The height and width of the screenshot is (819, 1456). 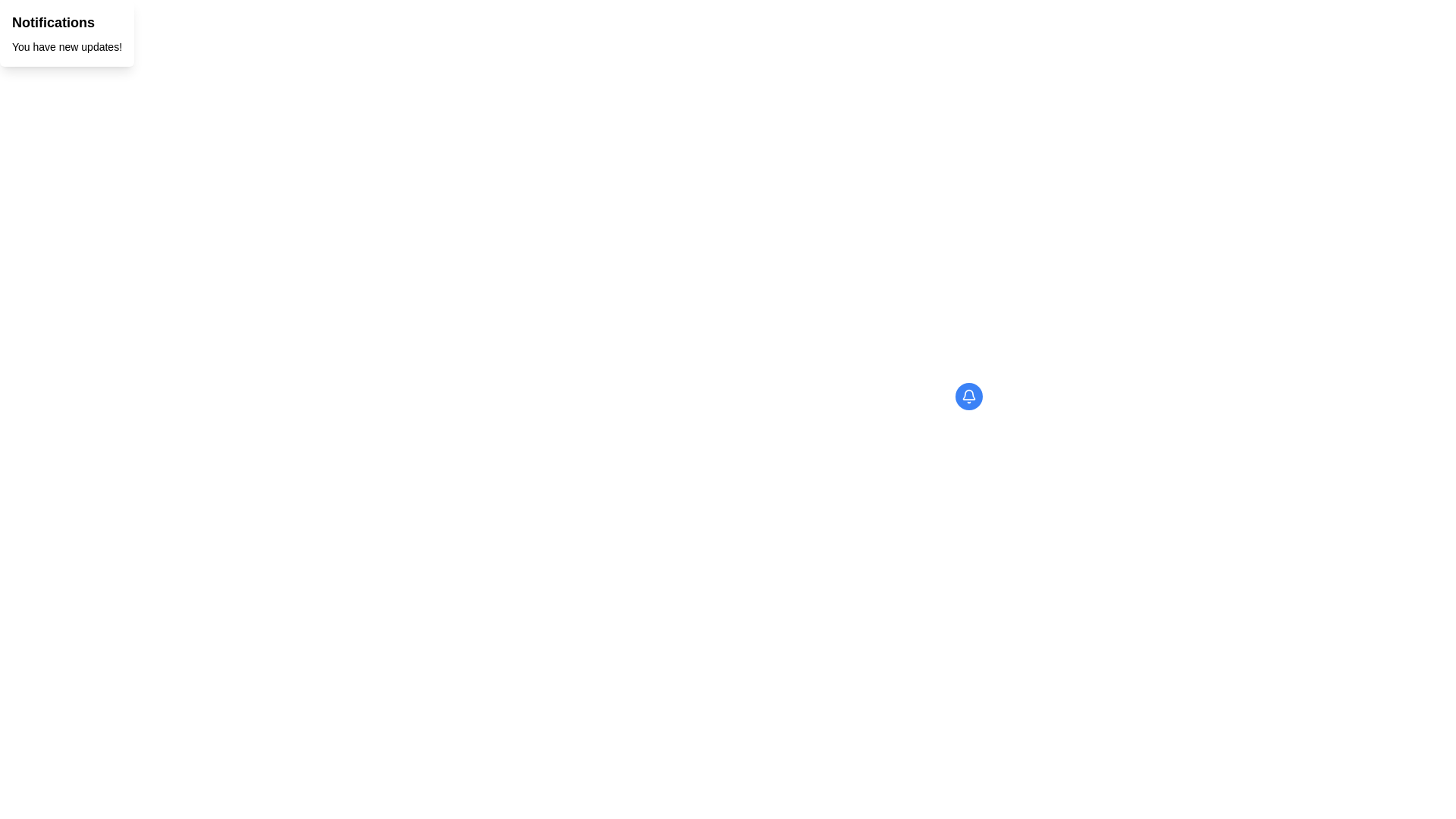 What do you see at coordinates (968, 396) in the screenshot?
I see `the circular blue button with a white border and a white bell icon in the center` at bounding box center [968, 396].